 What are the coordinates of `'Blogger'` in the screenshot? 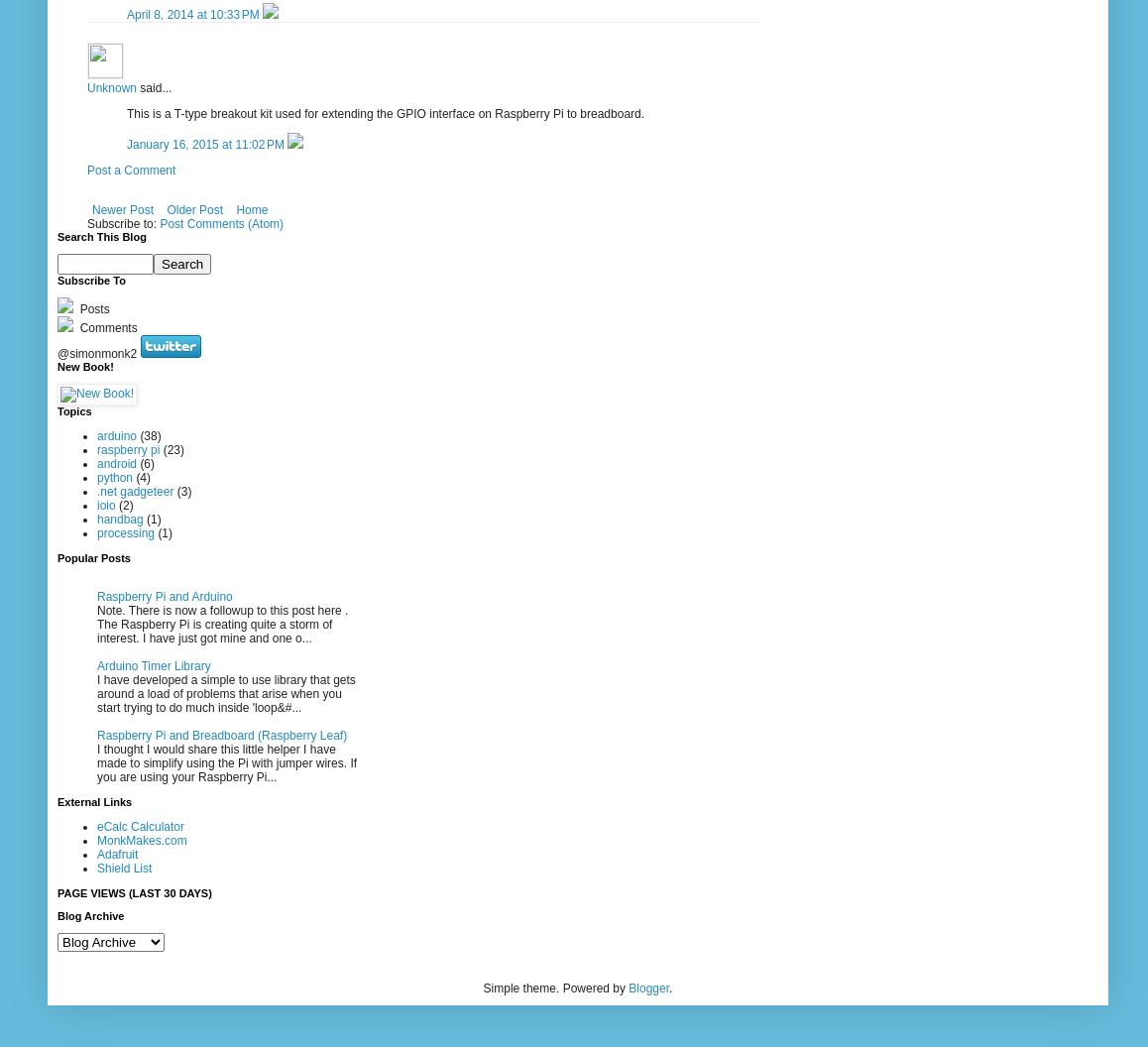 It's located at (648, 987).